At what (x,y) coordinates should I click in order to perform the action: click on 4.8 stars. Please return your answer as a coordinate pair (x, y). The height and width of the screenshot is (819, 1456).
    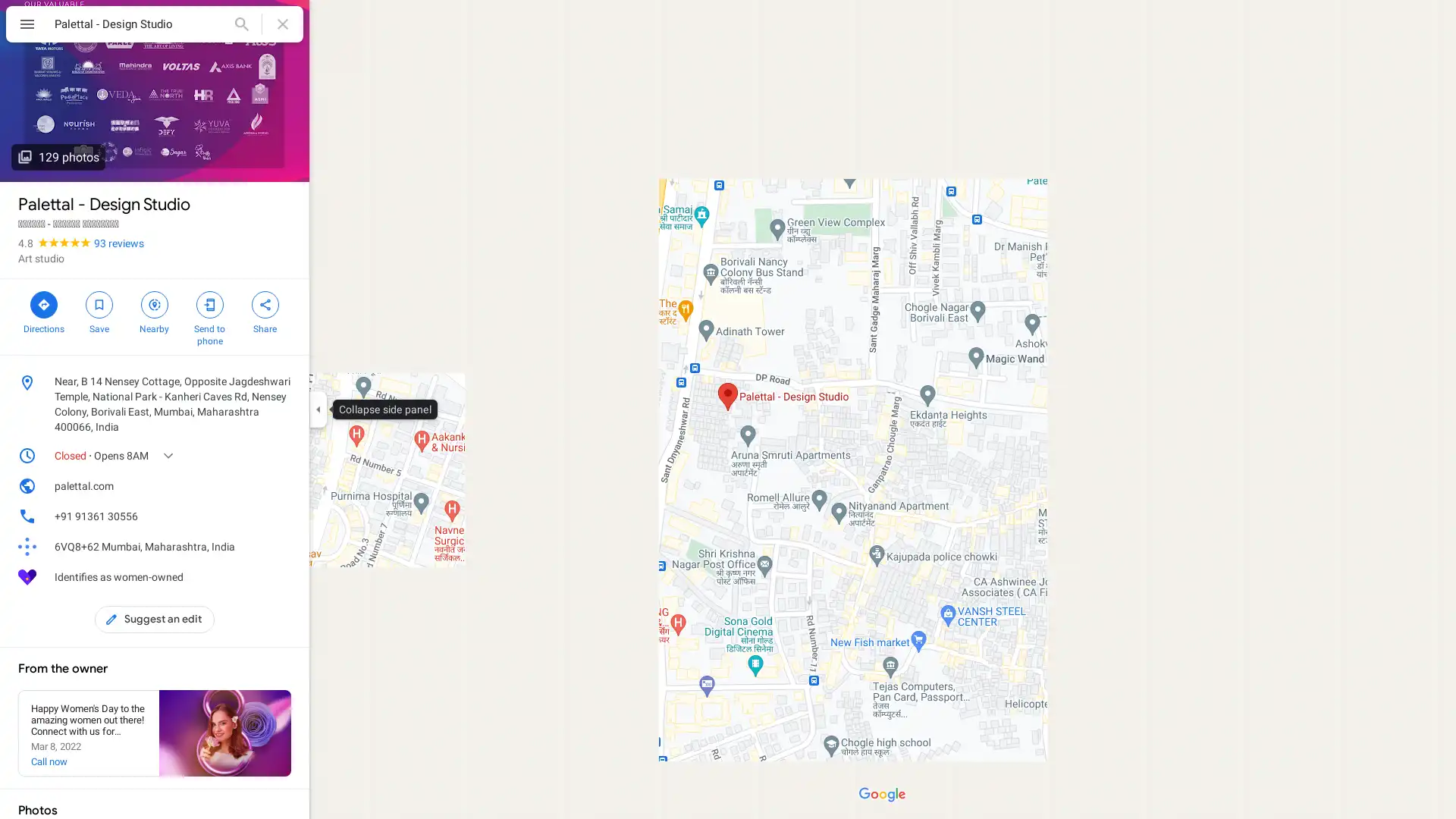
    Looking at the image, I should click on (55, 242).